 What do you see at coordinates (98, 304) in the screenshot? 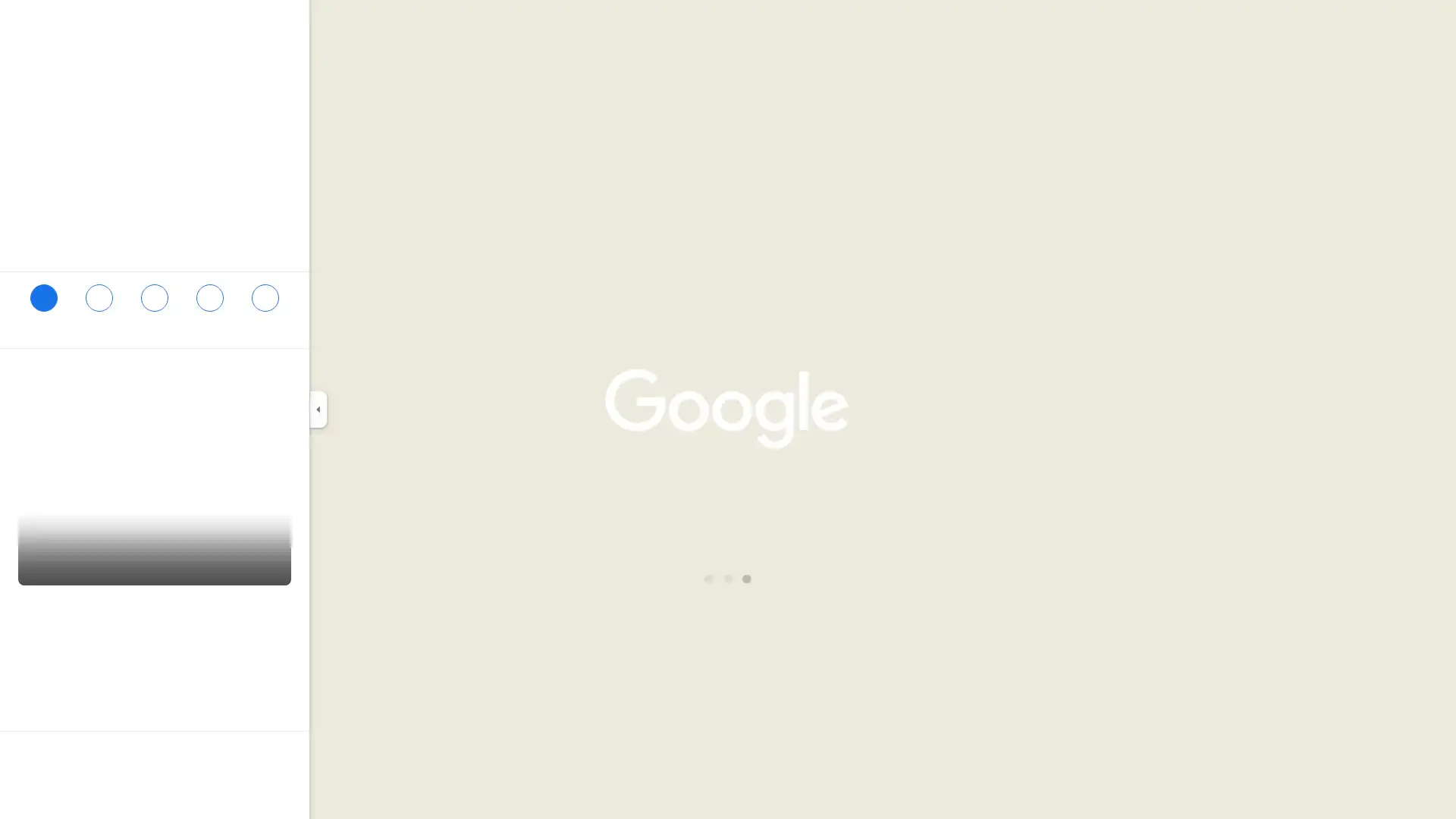
I see `Save Grunberger Str. 65 in your lists` at bounding box center [98, 304].